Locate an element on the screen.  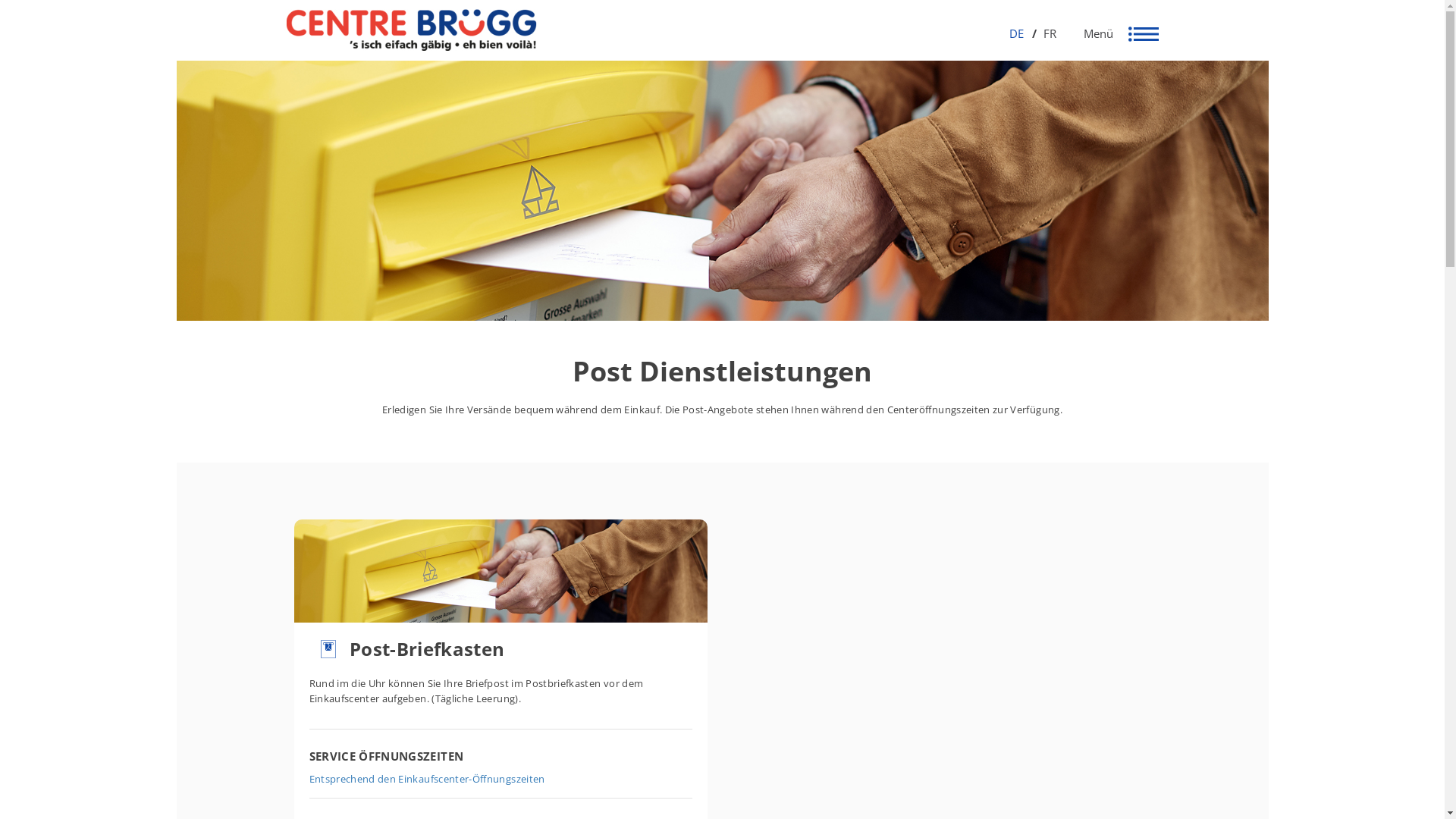
'FR' is located at coordinates (1043, 33).